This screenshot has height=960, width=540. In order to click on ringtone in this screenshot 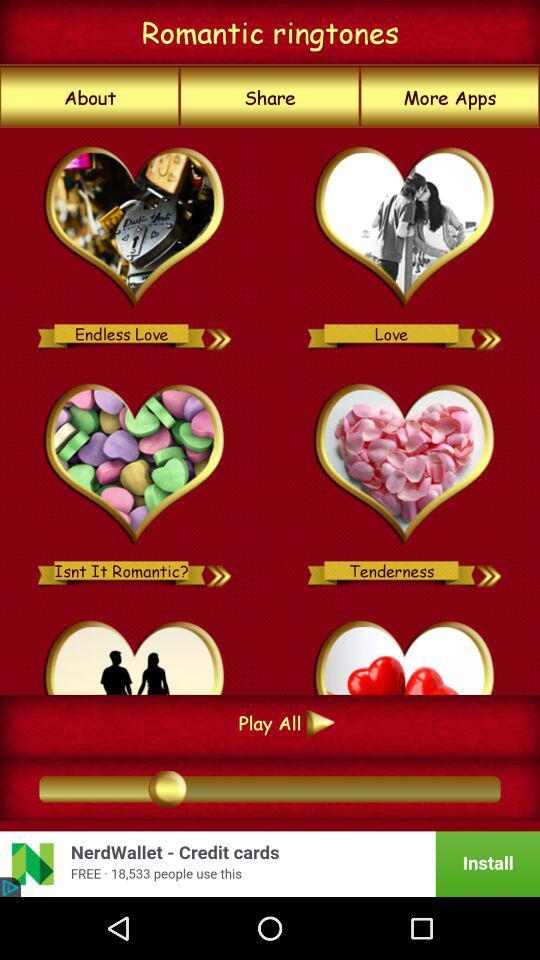, I will do `click(135, 465)`.